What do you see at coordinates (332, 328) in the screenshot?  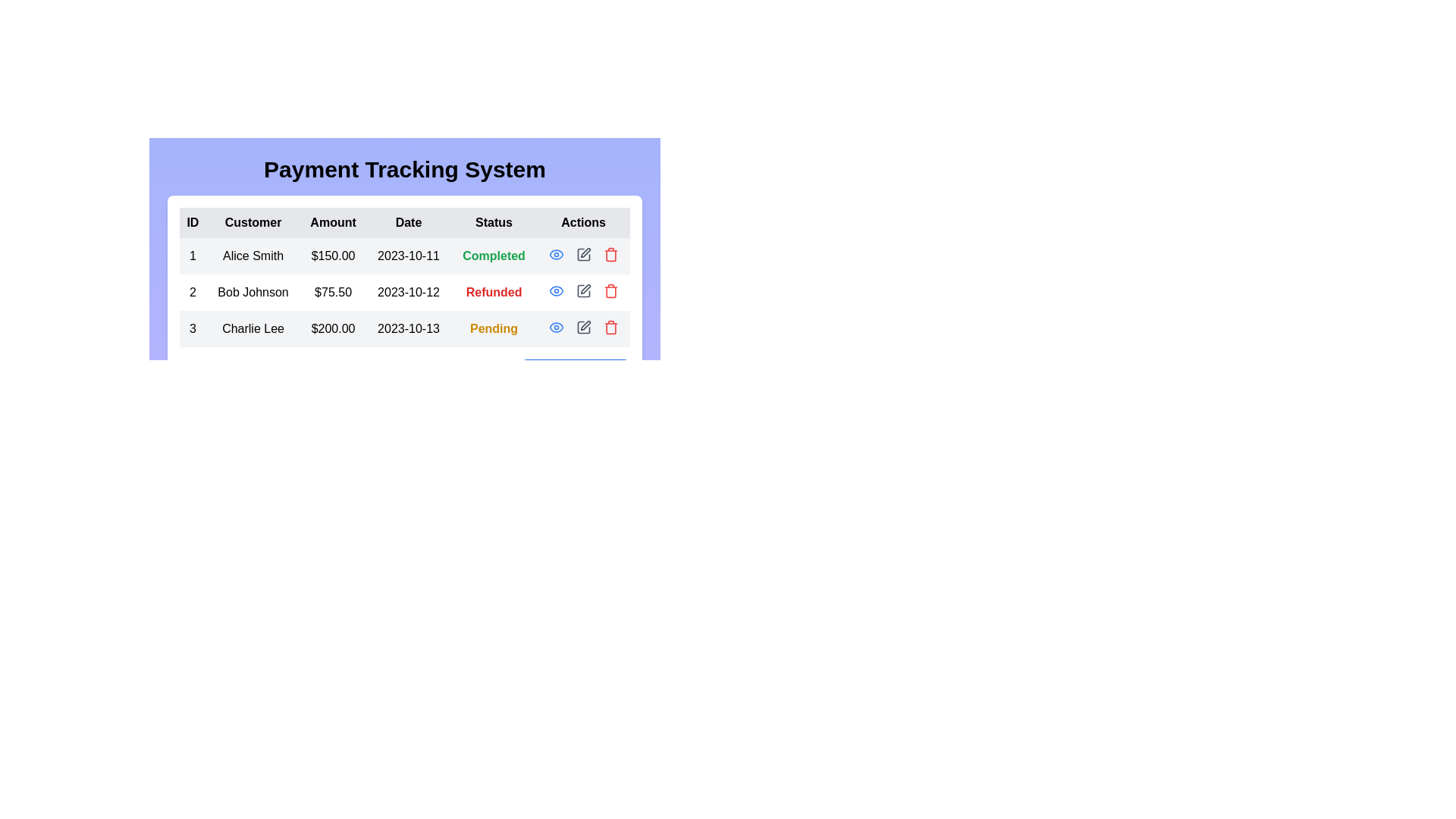 I see `the data displayed in the text element showing '$200.00'` at bounding box center [332, 328].